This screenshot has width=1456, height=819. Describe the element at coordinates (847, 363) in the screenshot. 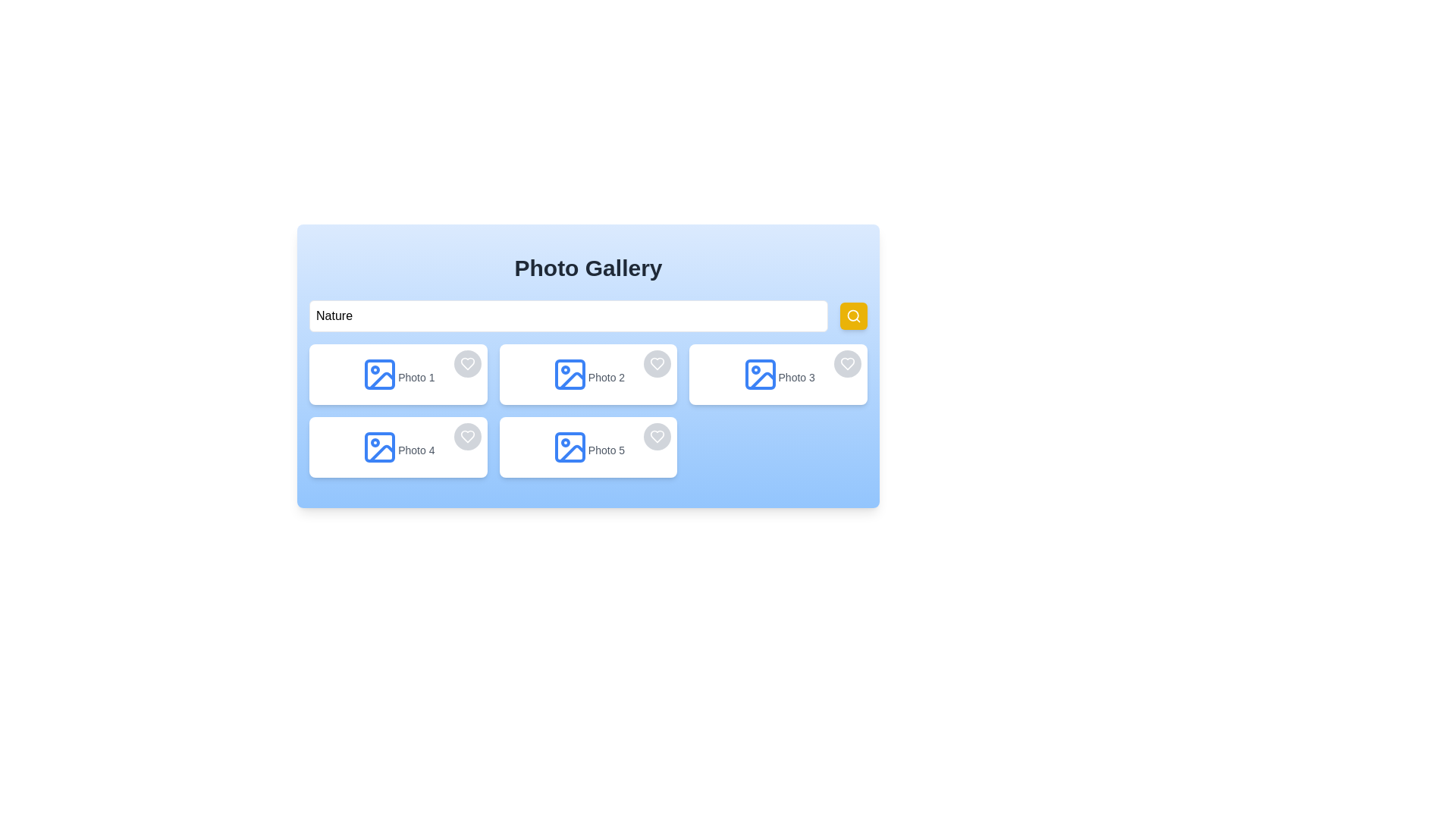

I see `the like button located at the top-right corner of the 'Photo 3' item box to like the associated photo` at that location.